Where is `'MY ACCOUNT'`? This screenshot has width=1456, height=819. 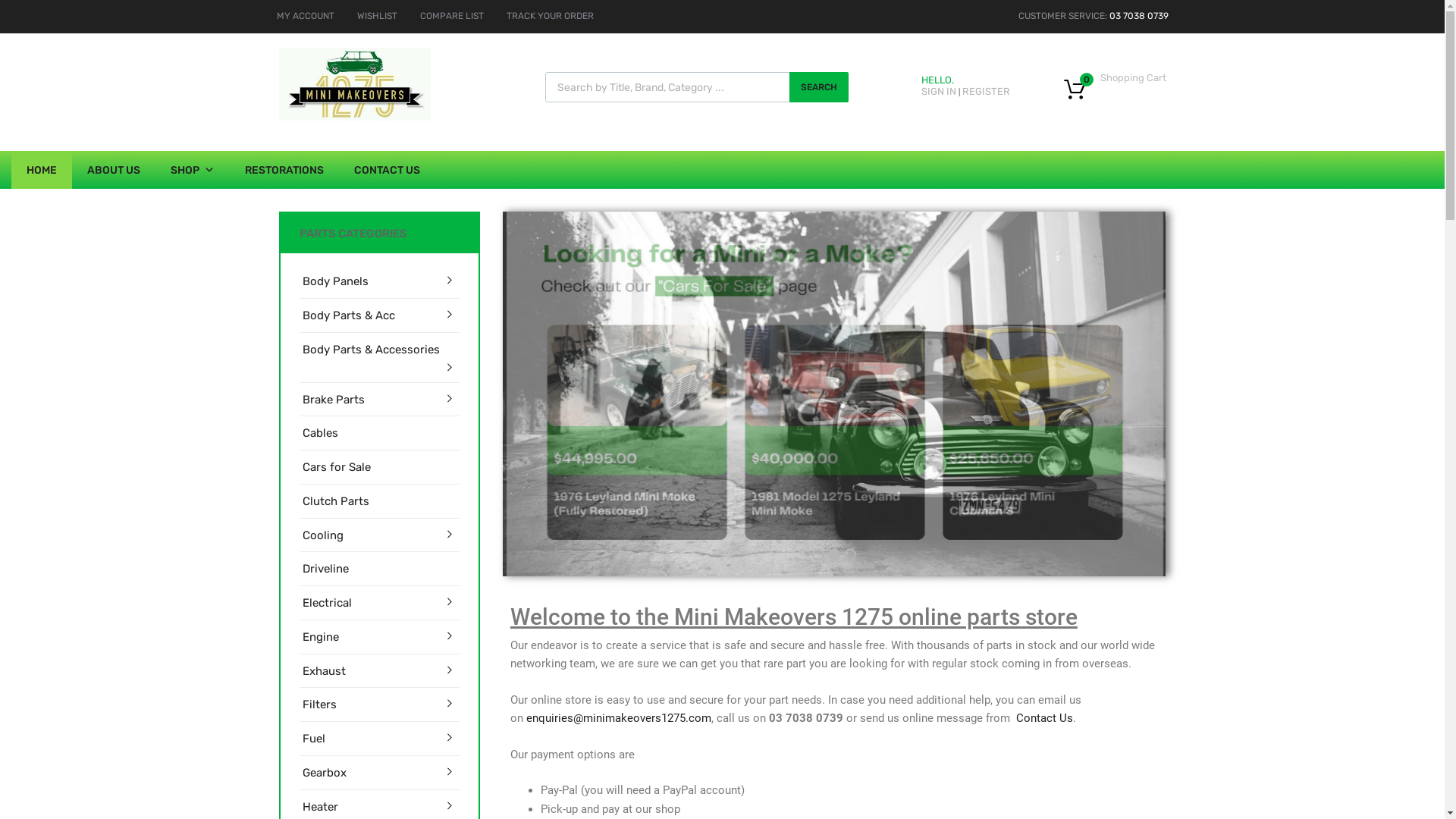
'MY ACCOUNT' is located at coordinates (304, 15).